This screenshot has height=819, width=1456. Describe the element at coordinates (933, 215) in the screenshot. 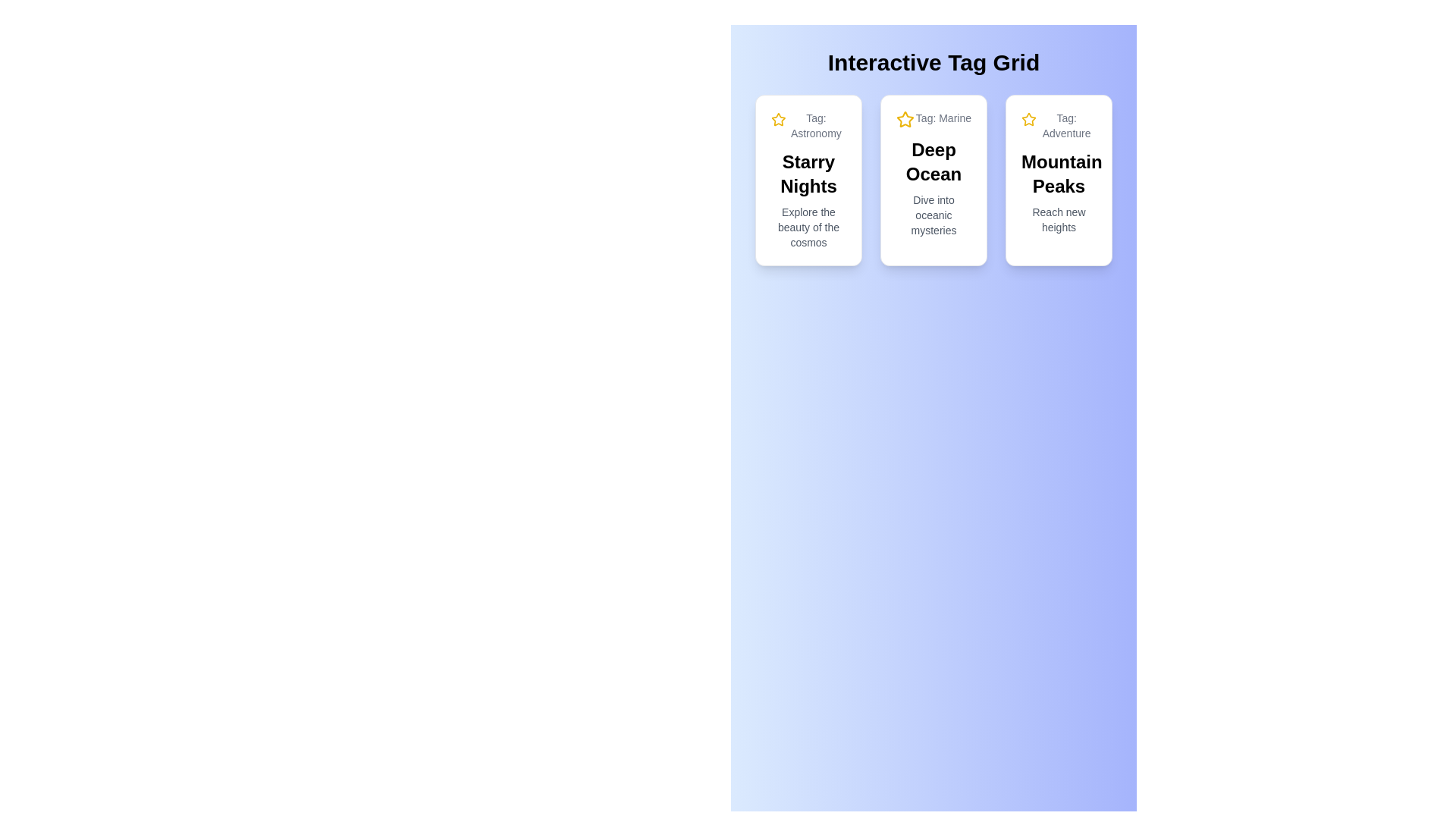

I see `the descriptive text block located at the bottom of the 'Deep Ocean' card in the tri-column layout` at that location.